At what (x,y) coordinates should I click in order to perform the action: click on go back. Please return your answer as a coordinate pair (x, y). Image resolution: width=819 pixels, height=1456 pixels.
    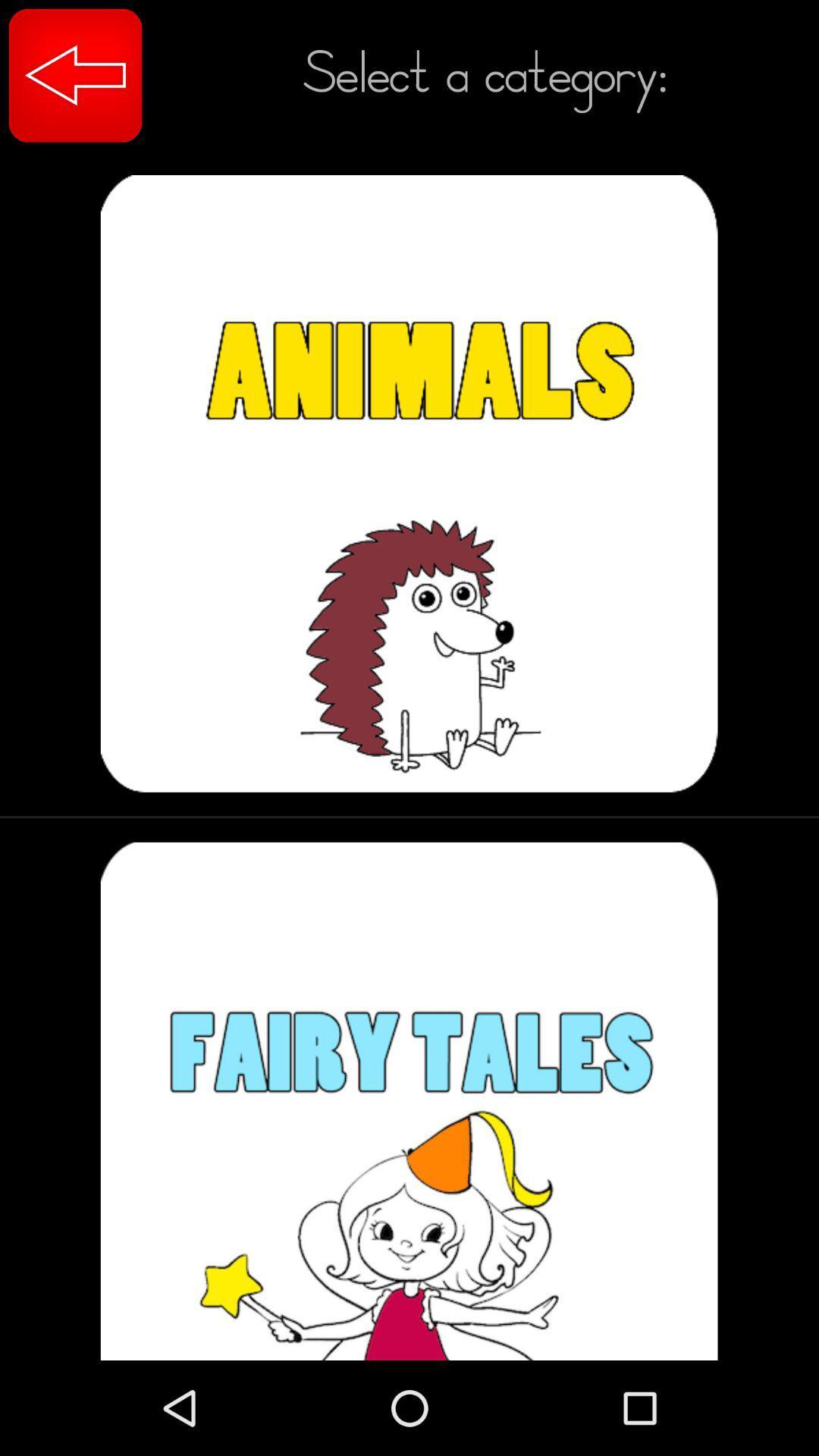
    Looking at the image, I should click on (75, 74).